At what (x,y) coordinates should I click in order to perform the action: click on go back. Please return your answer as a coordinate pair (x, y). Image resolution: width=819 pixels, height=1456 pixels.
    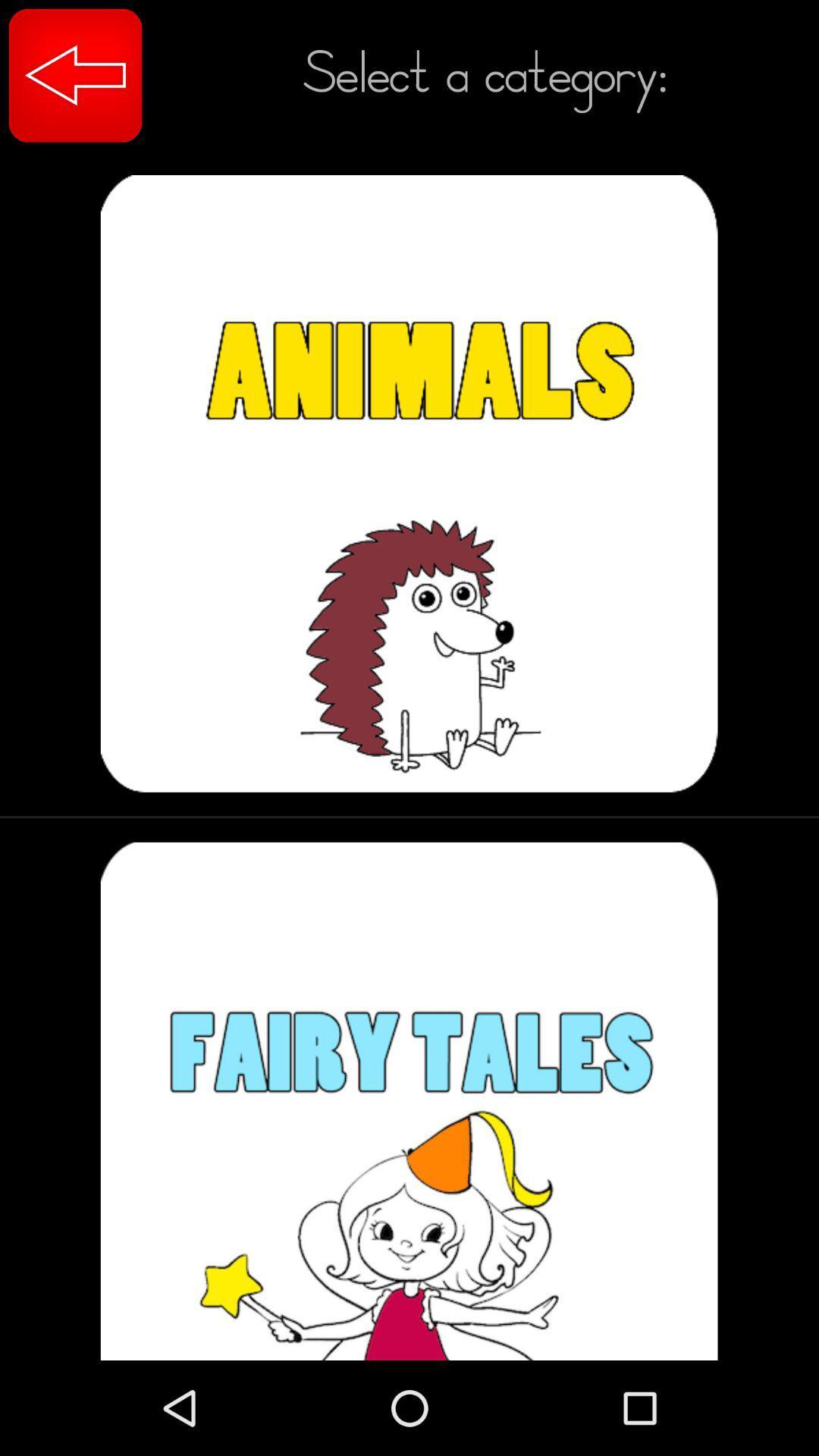
    Looking at the image, I should click on (75, 74).